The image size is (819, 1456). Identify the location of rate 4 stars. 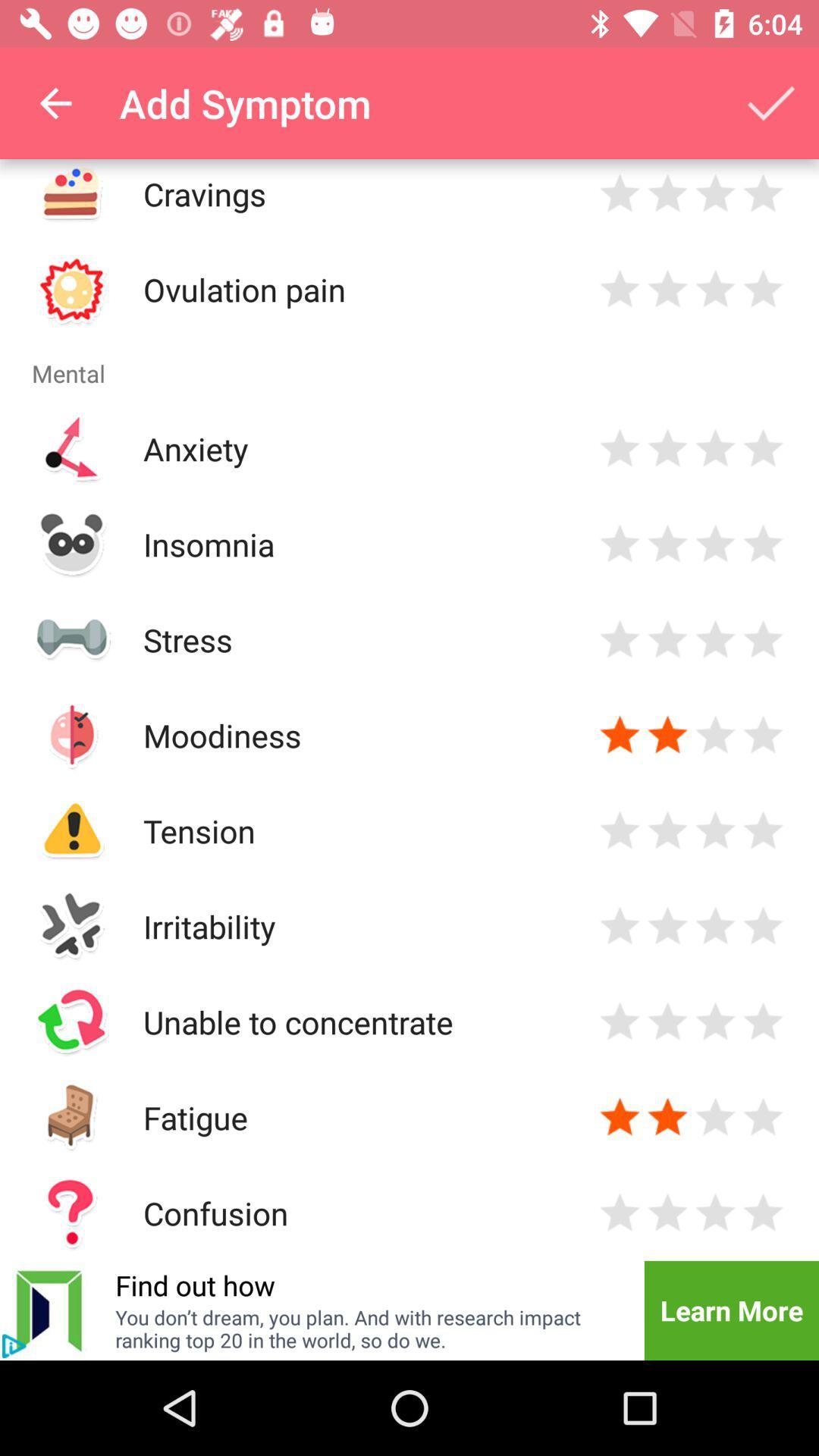
(763, 1117).